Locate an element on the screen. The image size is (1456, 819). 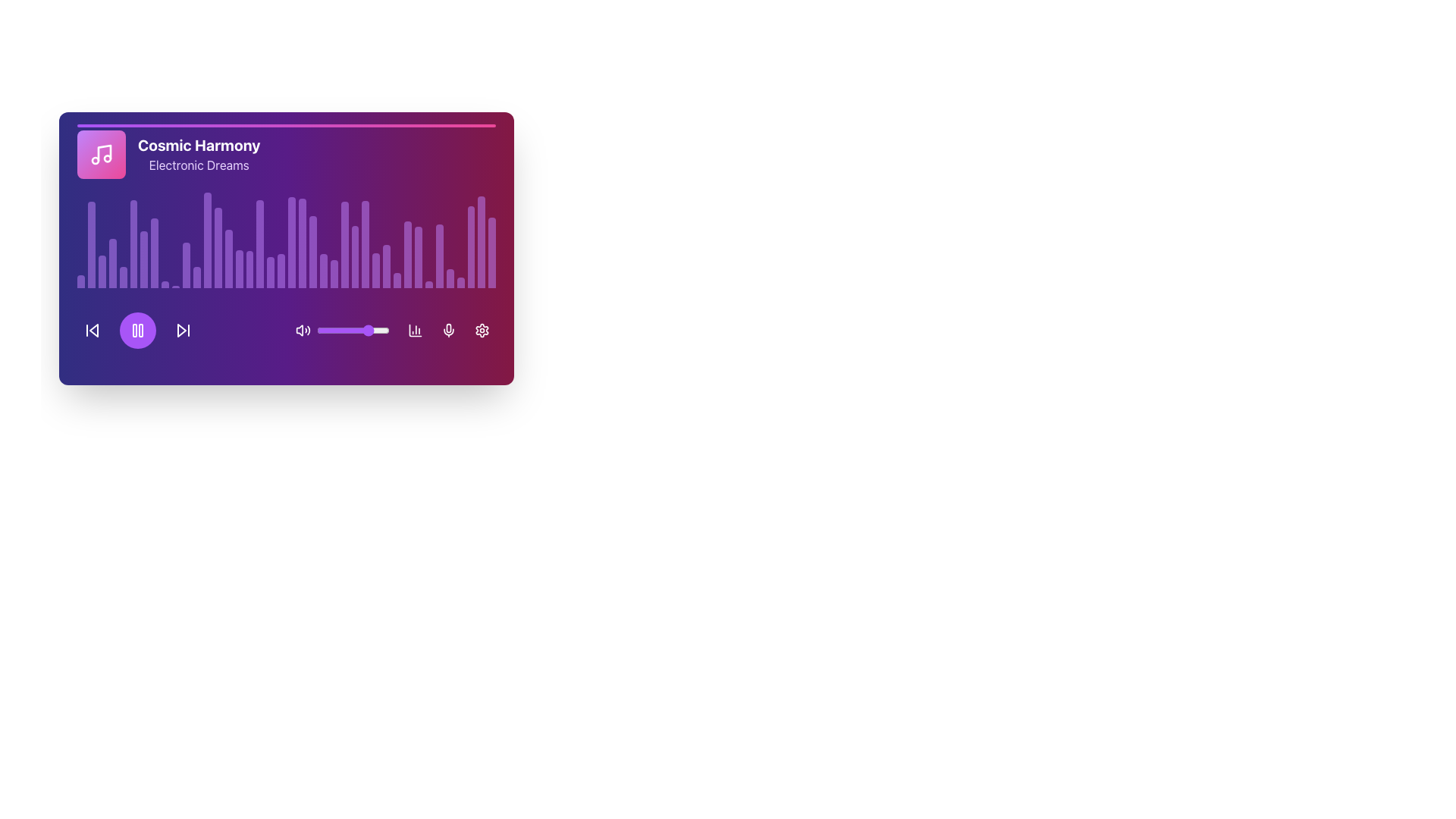
the 26th vertical bar of the graphical equalizer, which is styled in purple with a rounded top is located at coordinates (344, 243).